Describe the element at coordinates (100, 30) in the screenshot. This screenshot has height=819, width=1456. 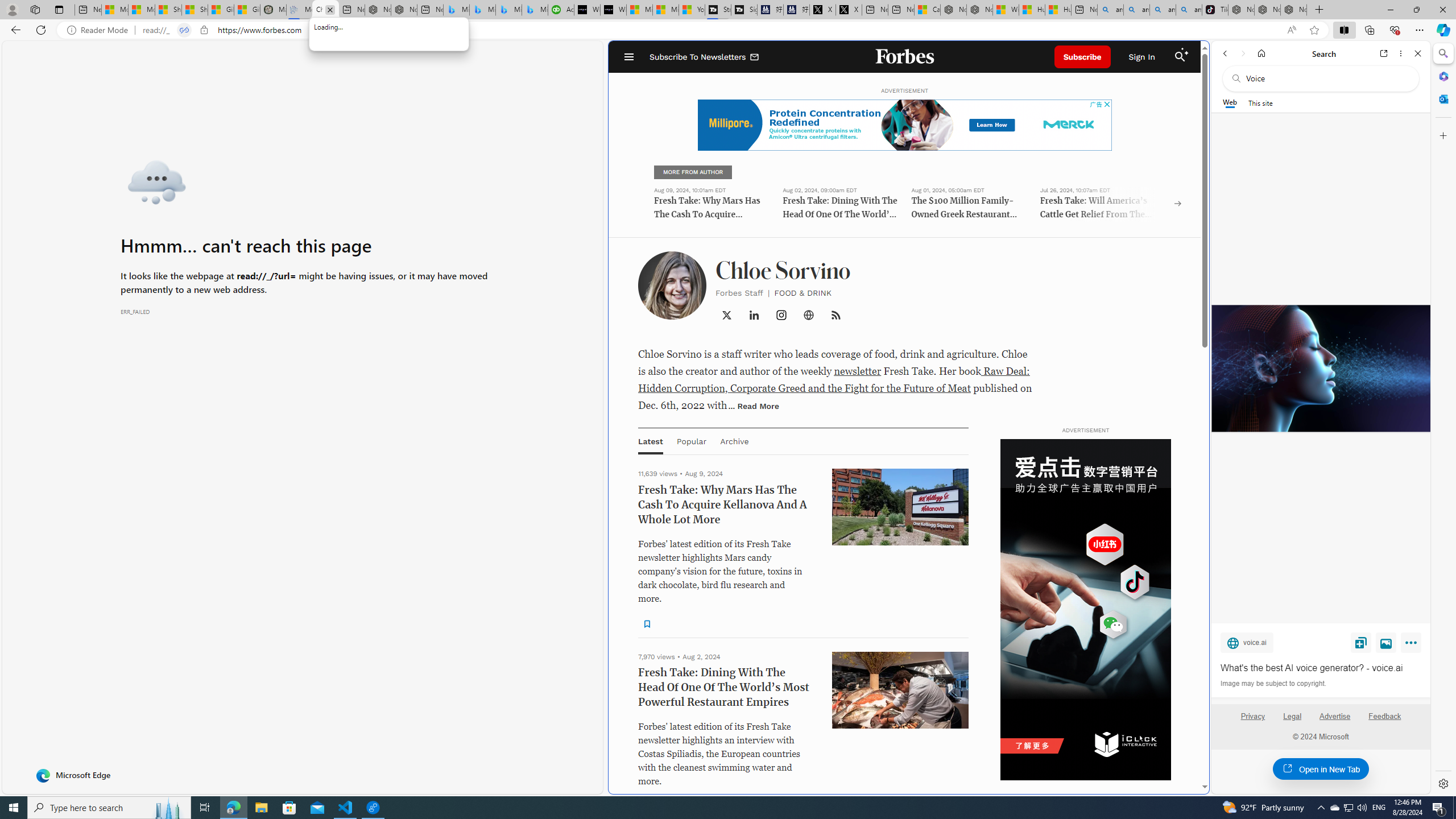
I see `'Reader Mode'` at that location.